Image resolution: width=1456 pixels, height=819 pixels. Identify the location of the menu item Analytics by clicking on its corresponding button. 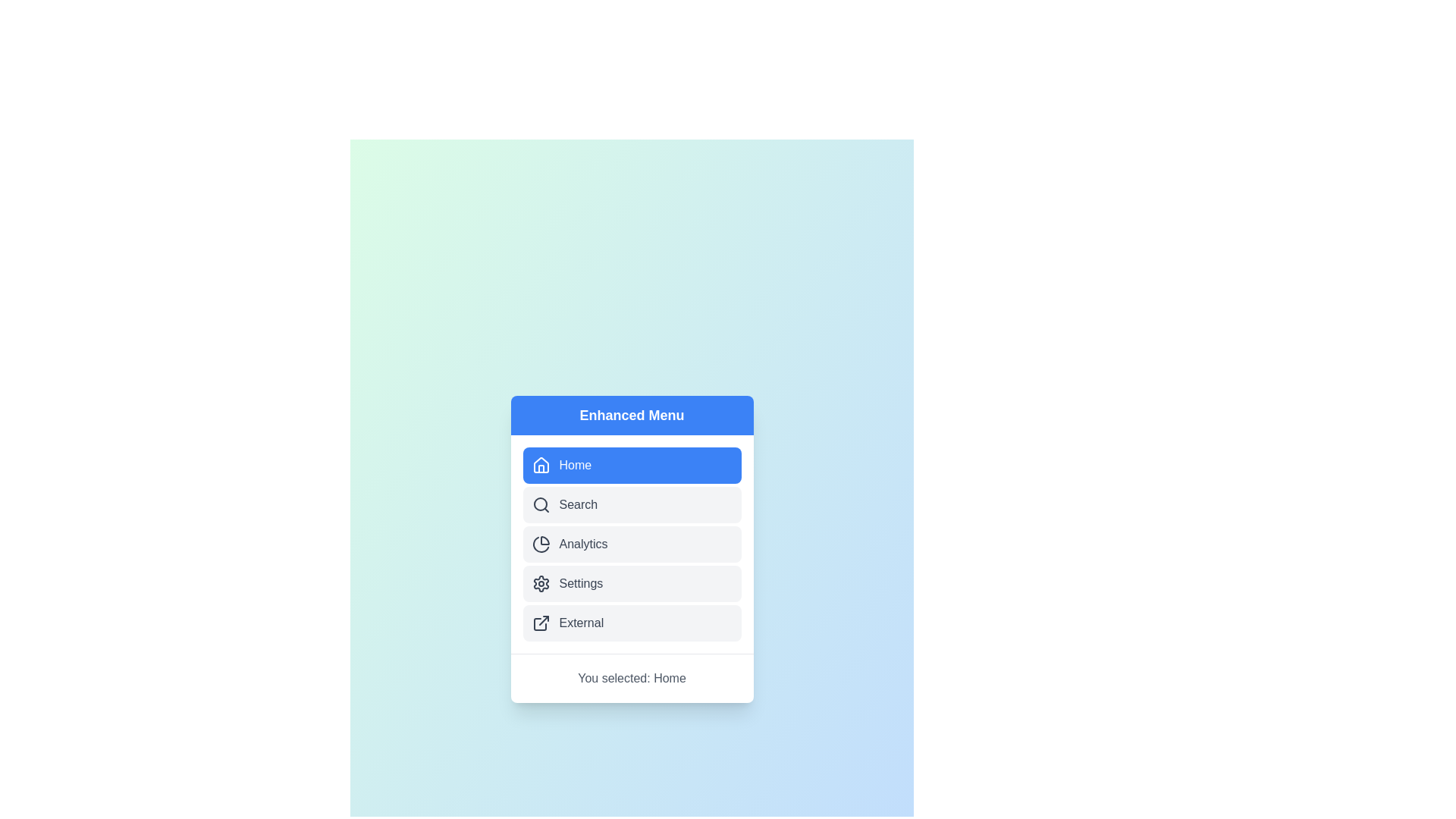
(632, 543).